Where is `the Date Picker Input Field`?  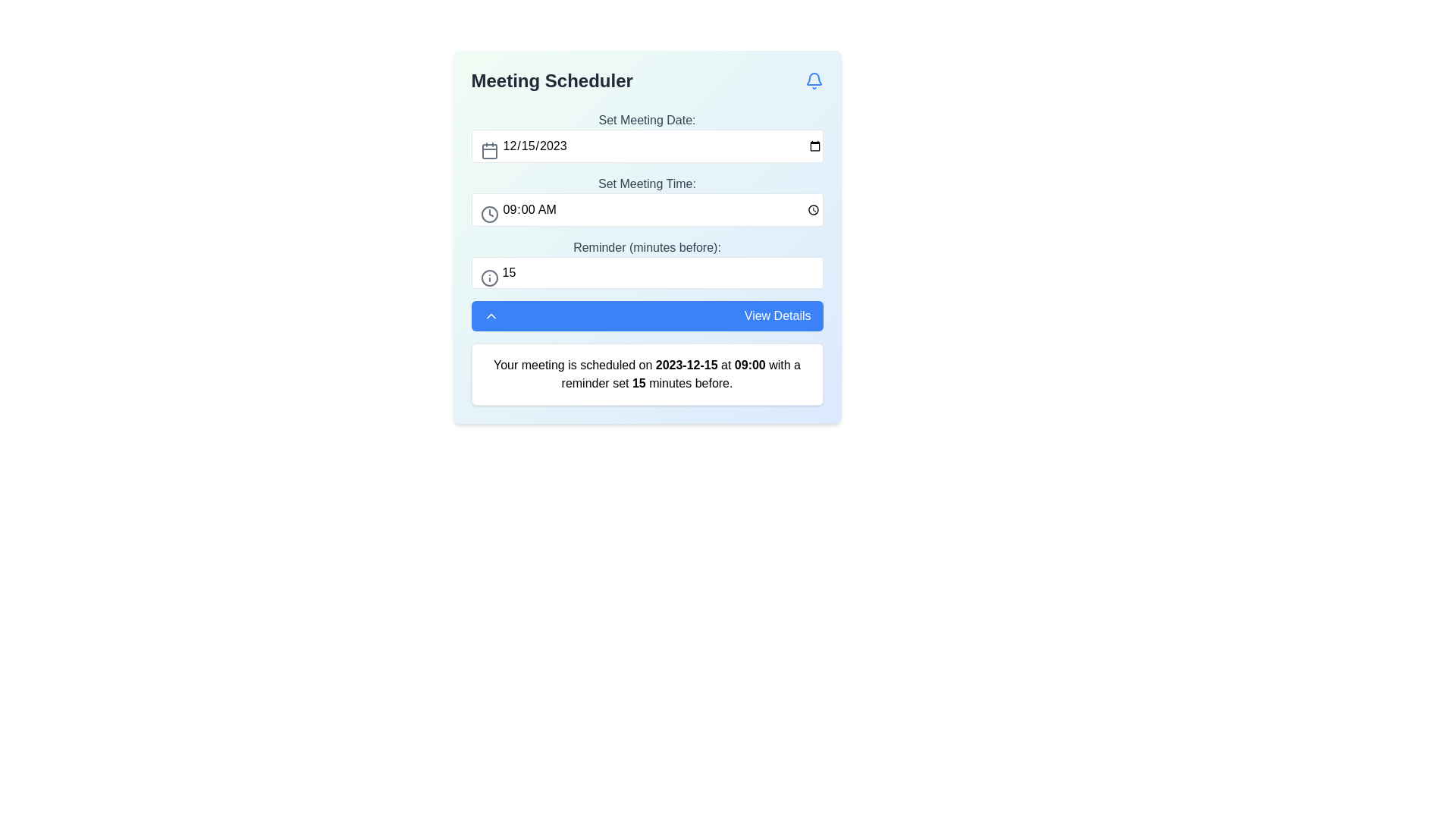
the Date Picker Input Field is located at coordinates (647, 137).